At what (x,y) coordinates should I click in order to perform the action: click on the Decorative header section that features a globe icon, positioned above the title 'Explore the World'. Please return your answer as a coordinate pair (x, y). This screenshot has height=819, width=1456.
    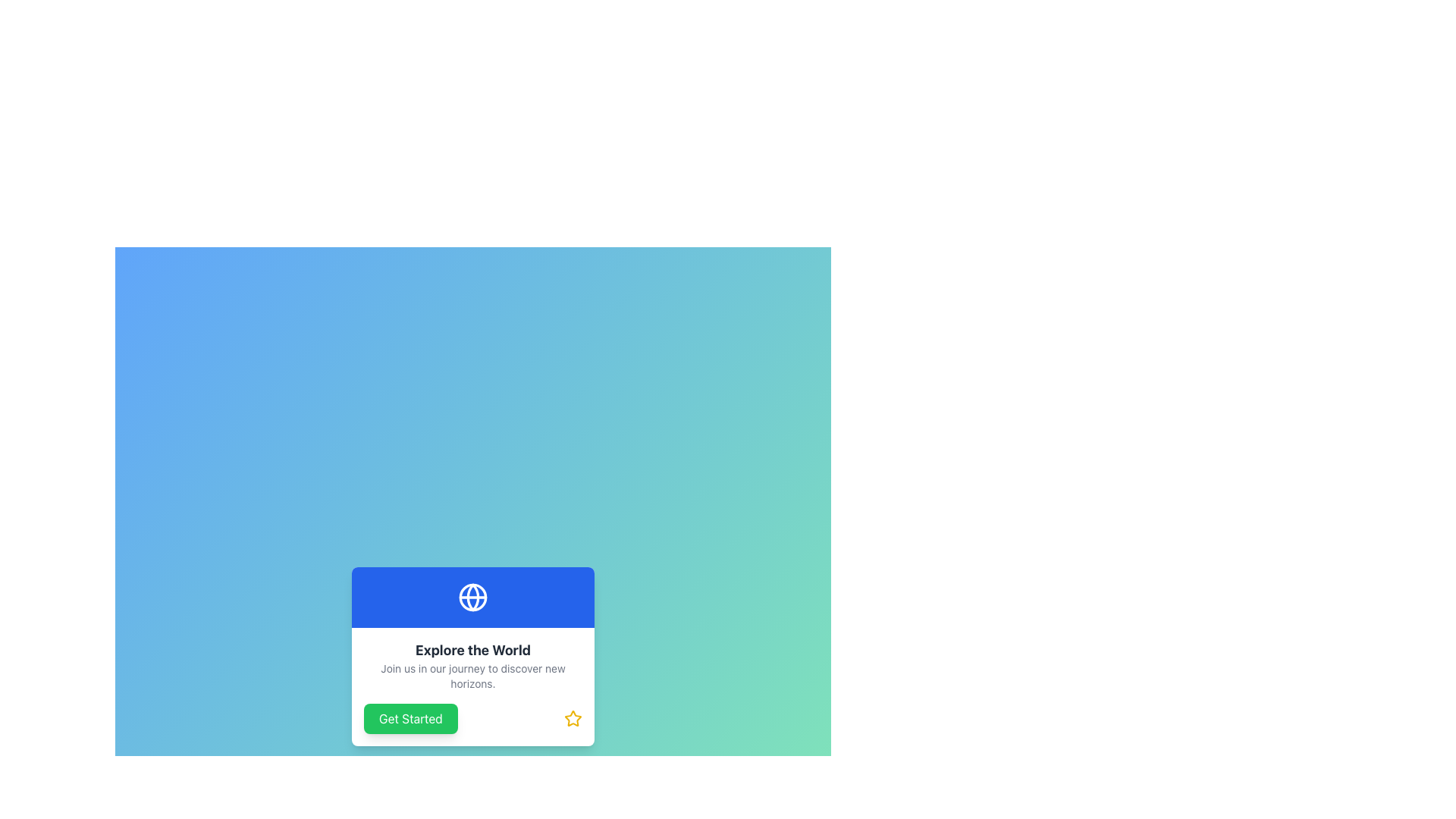
    Looking at the image, I should click on (472, 596).